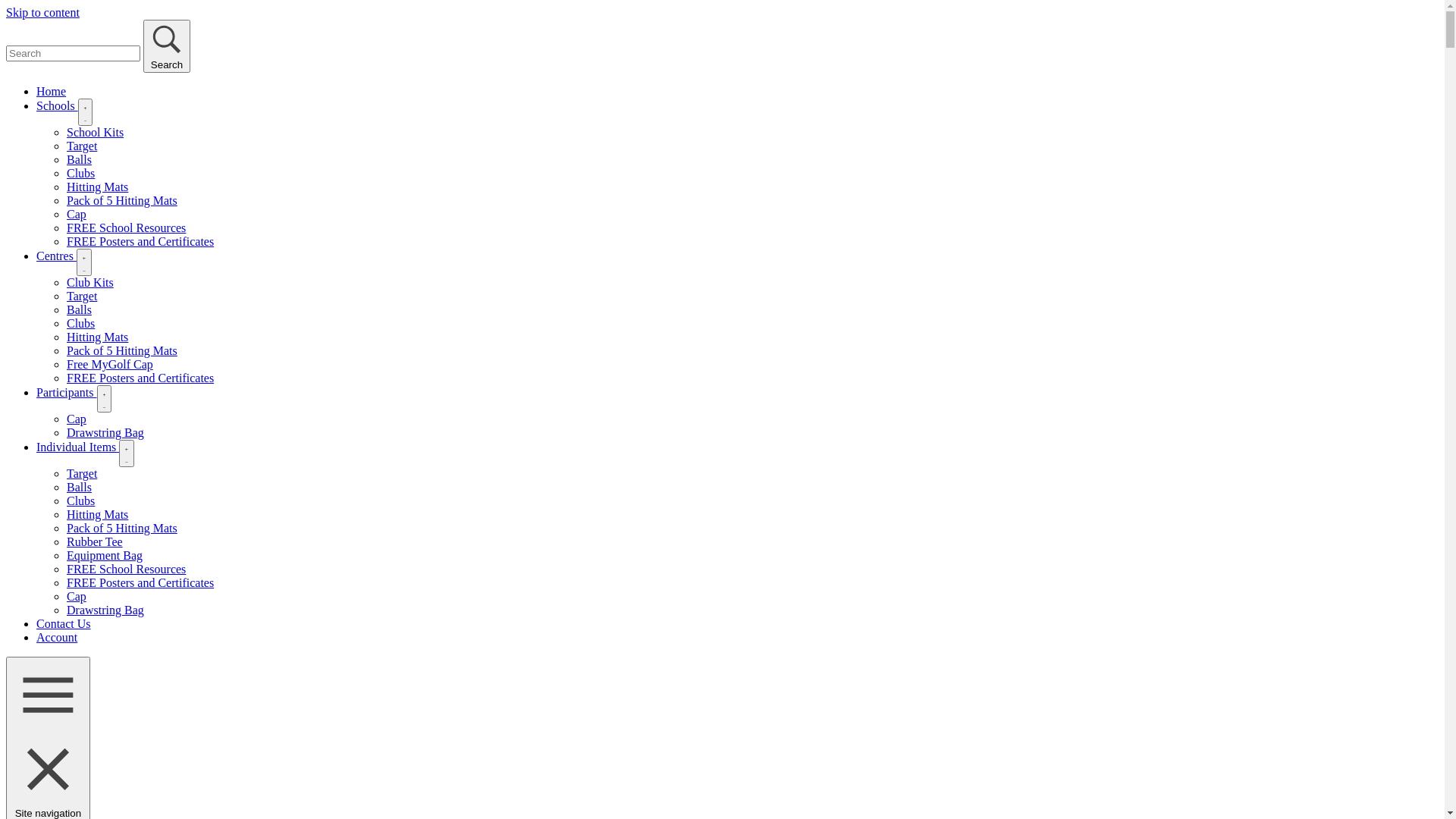 The image size is (1456, 819). I want to click on 'Rubber Tee', so click(93, 541).